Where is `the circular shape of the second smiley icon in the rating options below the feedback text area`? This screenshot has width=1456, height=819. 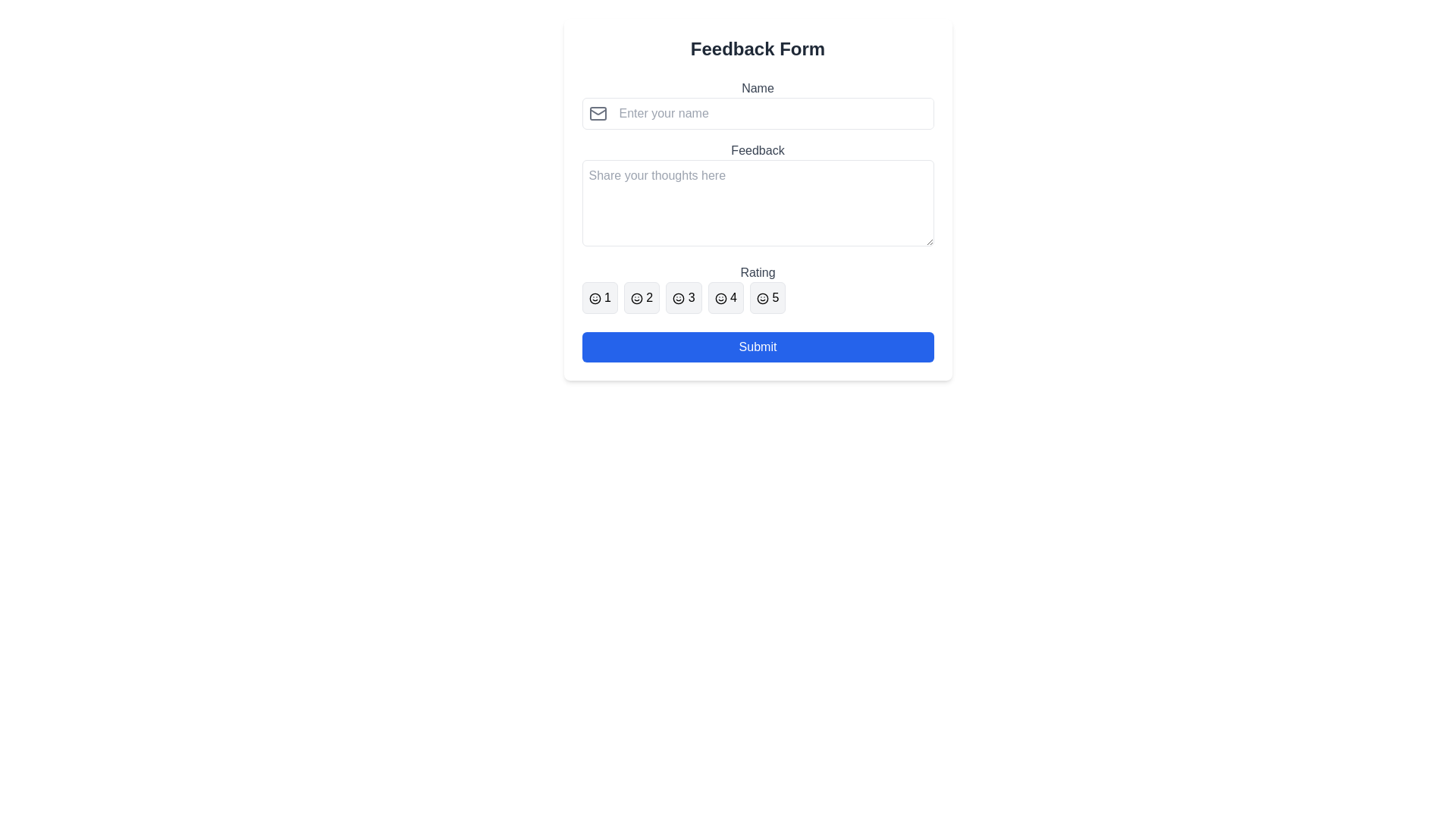
the circular shape of the second smiley icon in the rating options below the feedback text area is located at coordinates (636, 298).